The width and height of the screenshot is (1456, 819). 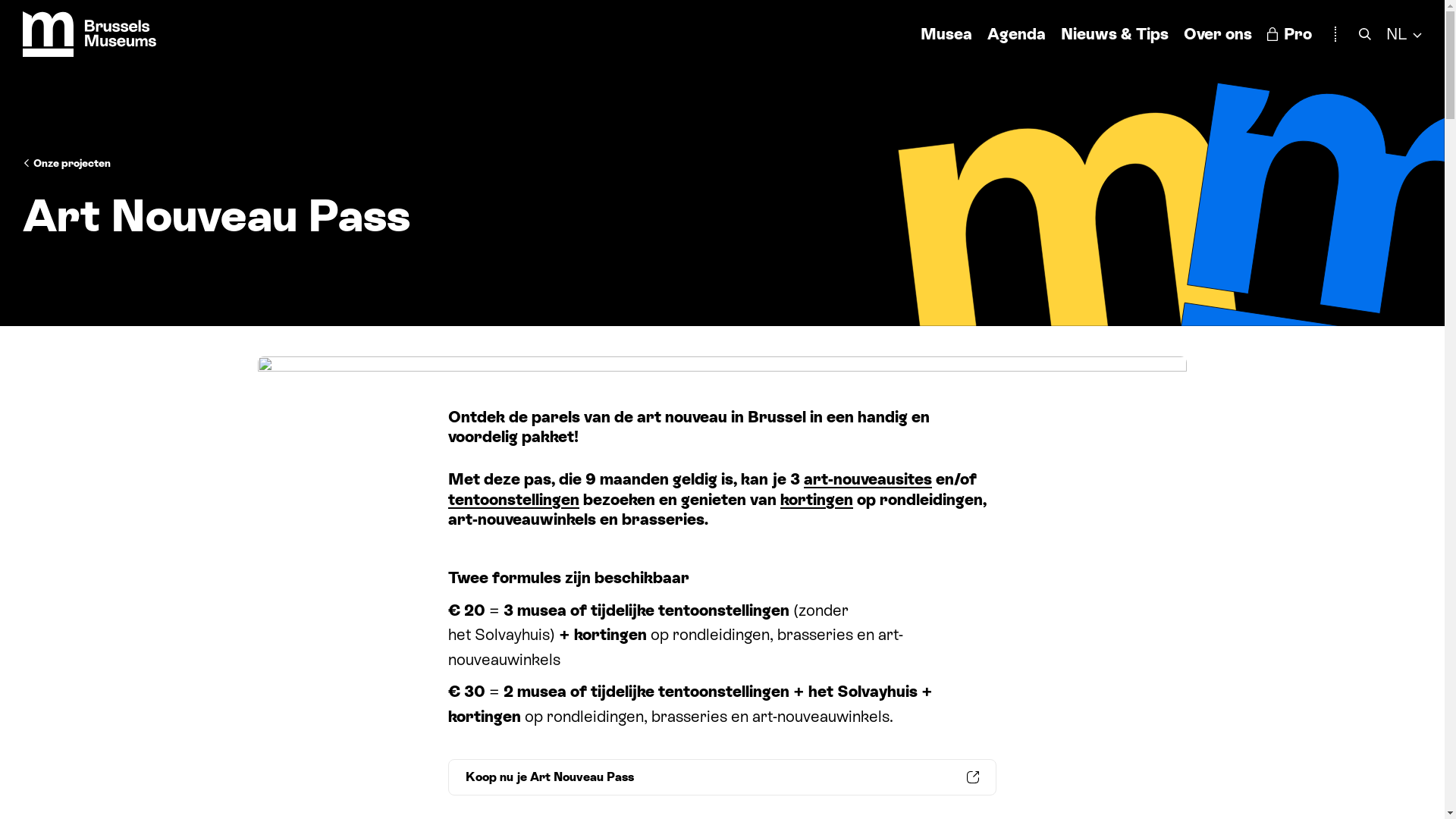 What do you see at coordinates (22, 163) in the screenshot?
I see `'Onze projecten'` at bounding box center [22, 163].